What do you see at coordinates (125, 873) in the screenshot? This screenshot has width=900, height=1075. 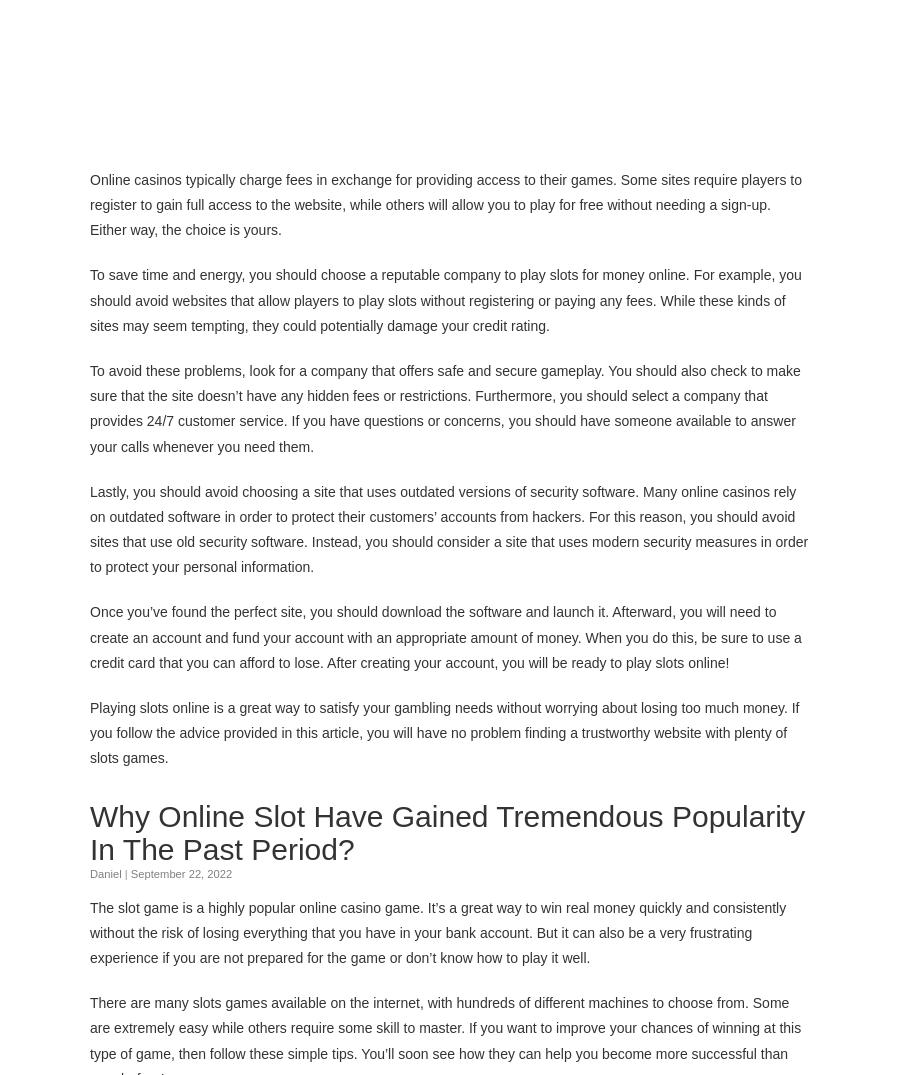 I see `'|'` at bounding box center [125, 873].